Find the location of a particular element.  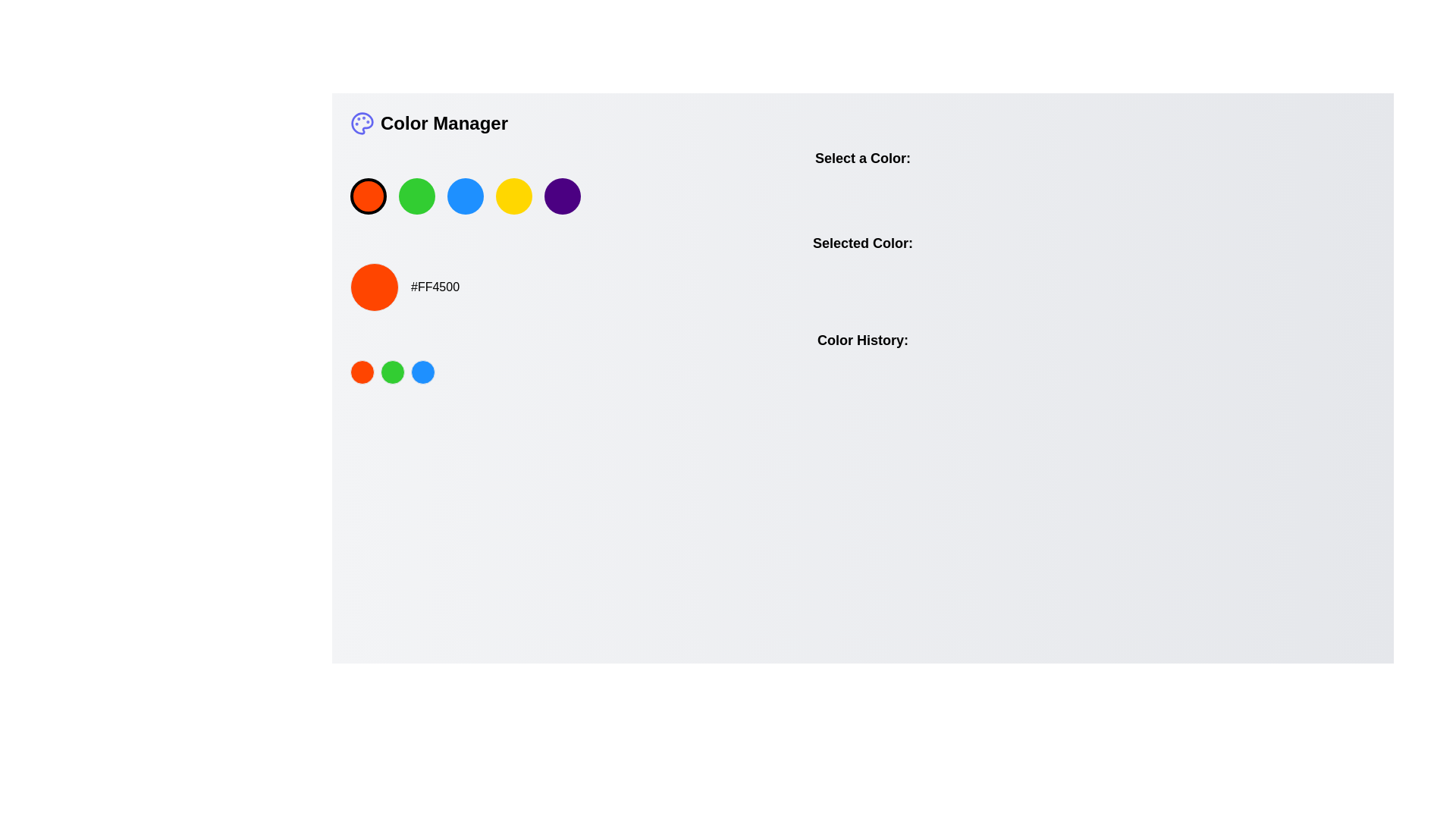

the third circular button with a blue background, located in a row of color indicator buttons is located at coordinates (422, 372).